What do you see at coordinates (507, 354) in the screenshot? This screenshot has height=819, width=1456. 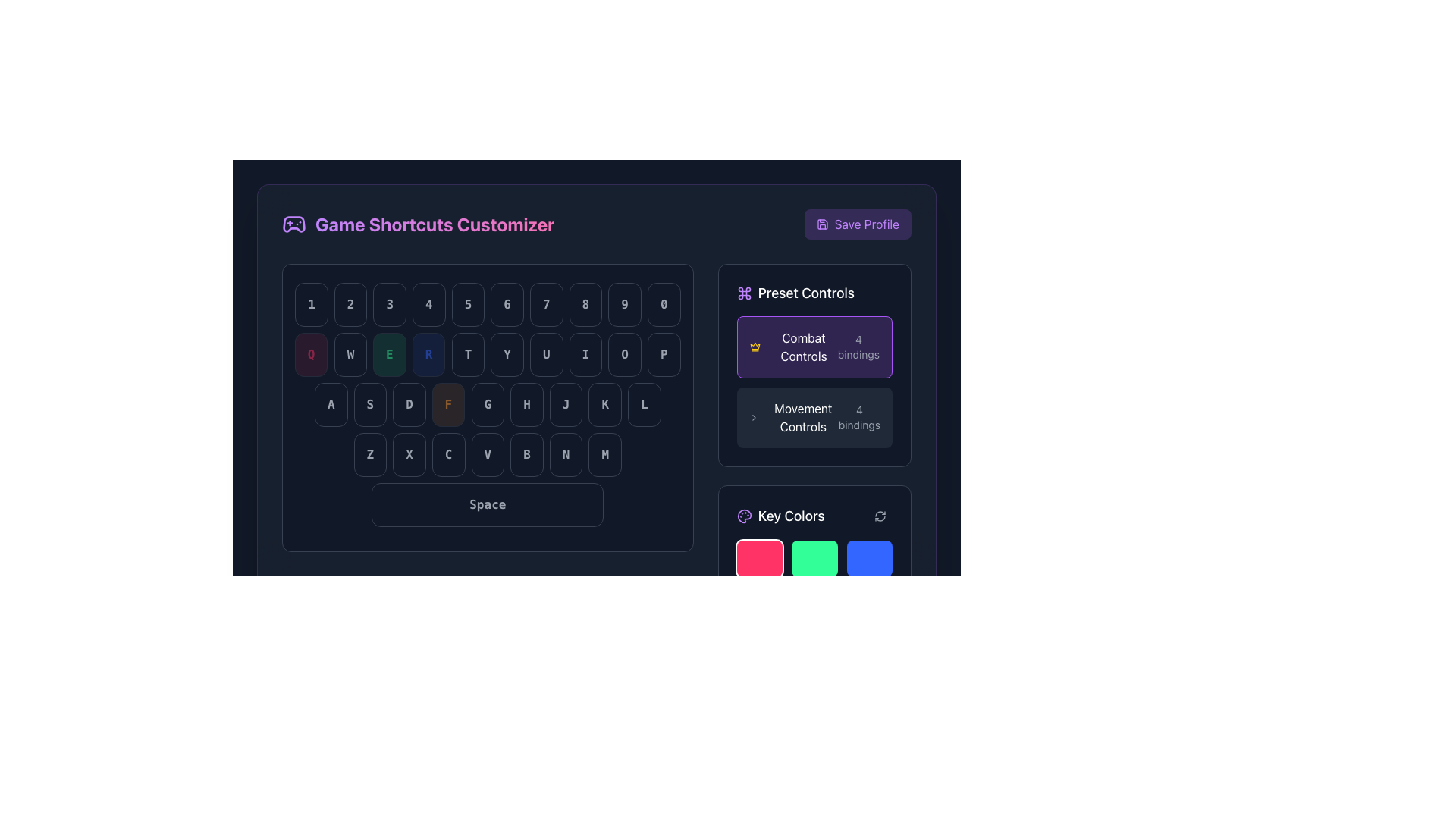 I see `the sixth button from the left in the horizontal series of buttons` at bounding box center [507, 354].